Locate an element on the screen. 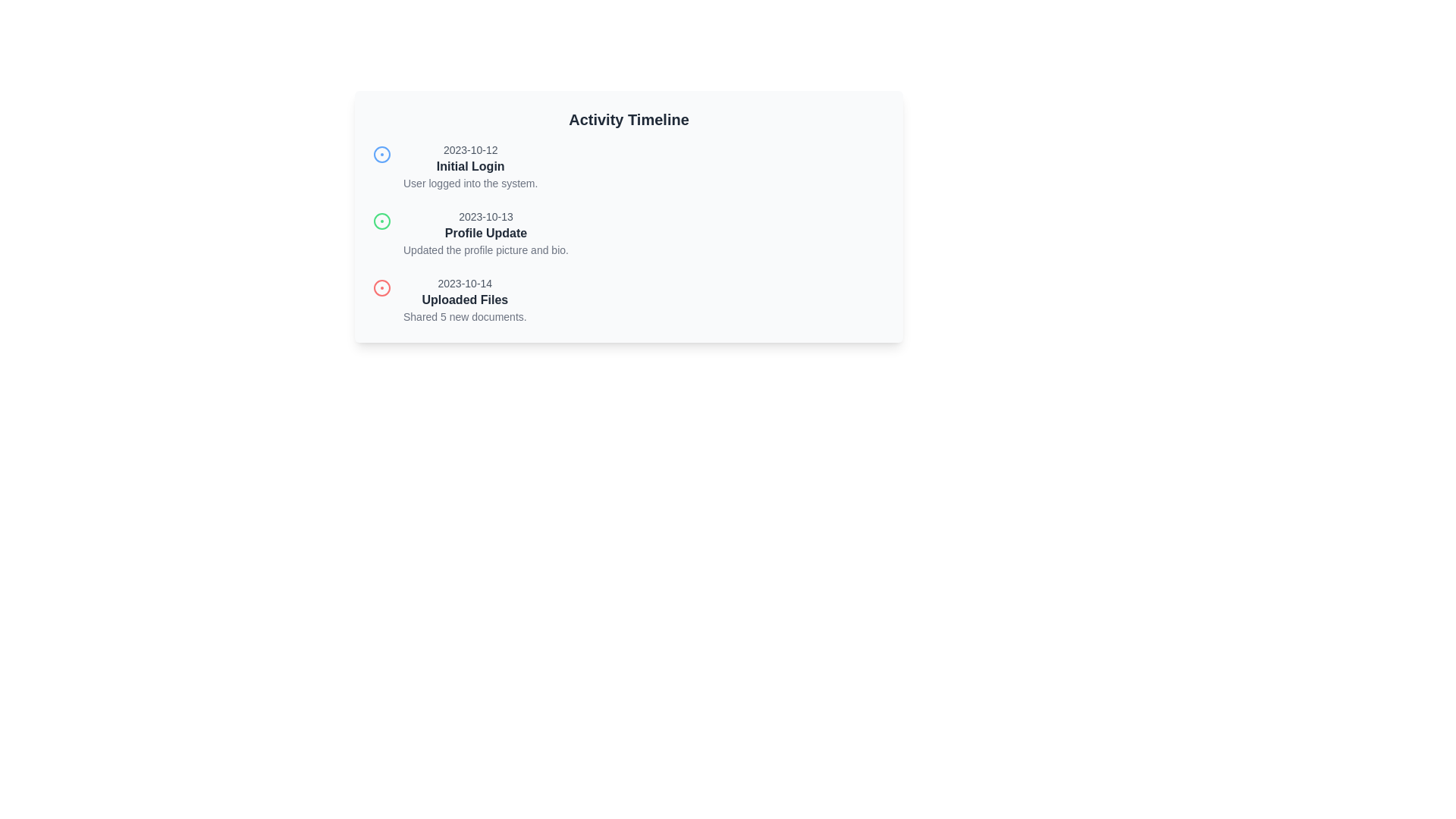  the heading text for the 'Profile Update' activity log item located in the activity timeline panel under the '2023-10-13' date entry is located at coordinates (485, 234).